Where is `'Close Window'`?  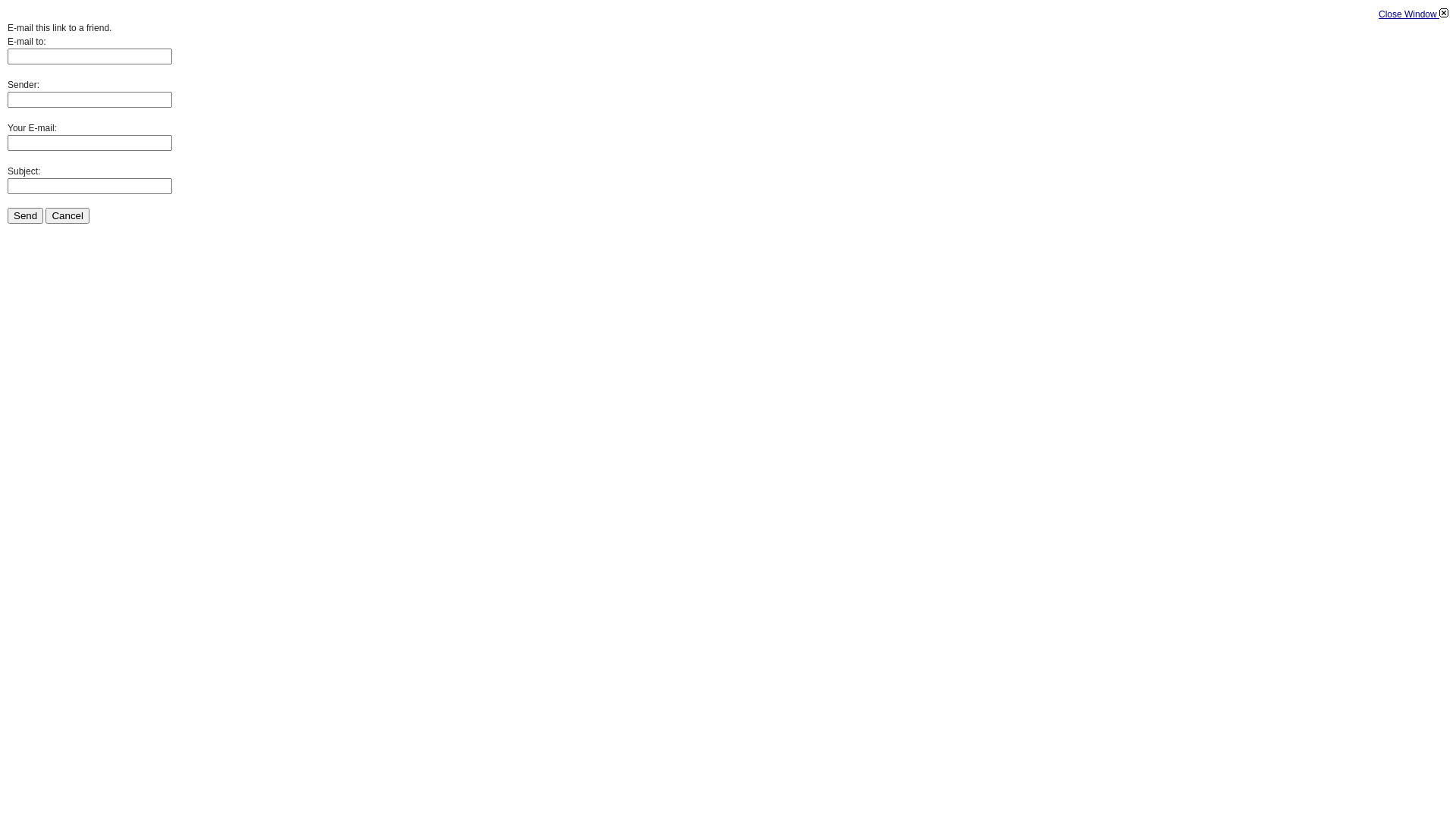 'Close Window' is located at coordinates (1412, 14).